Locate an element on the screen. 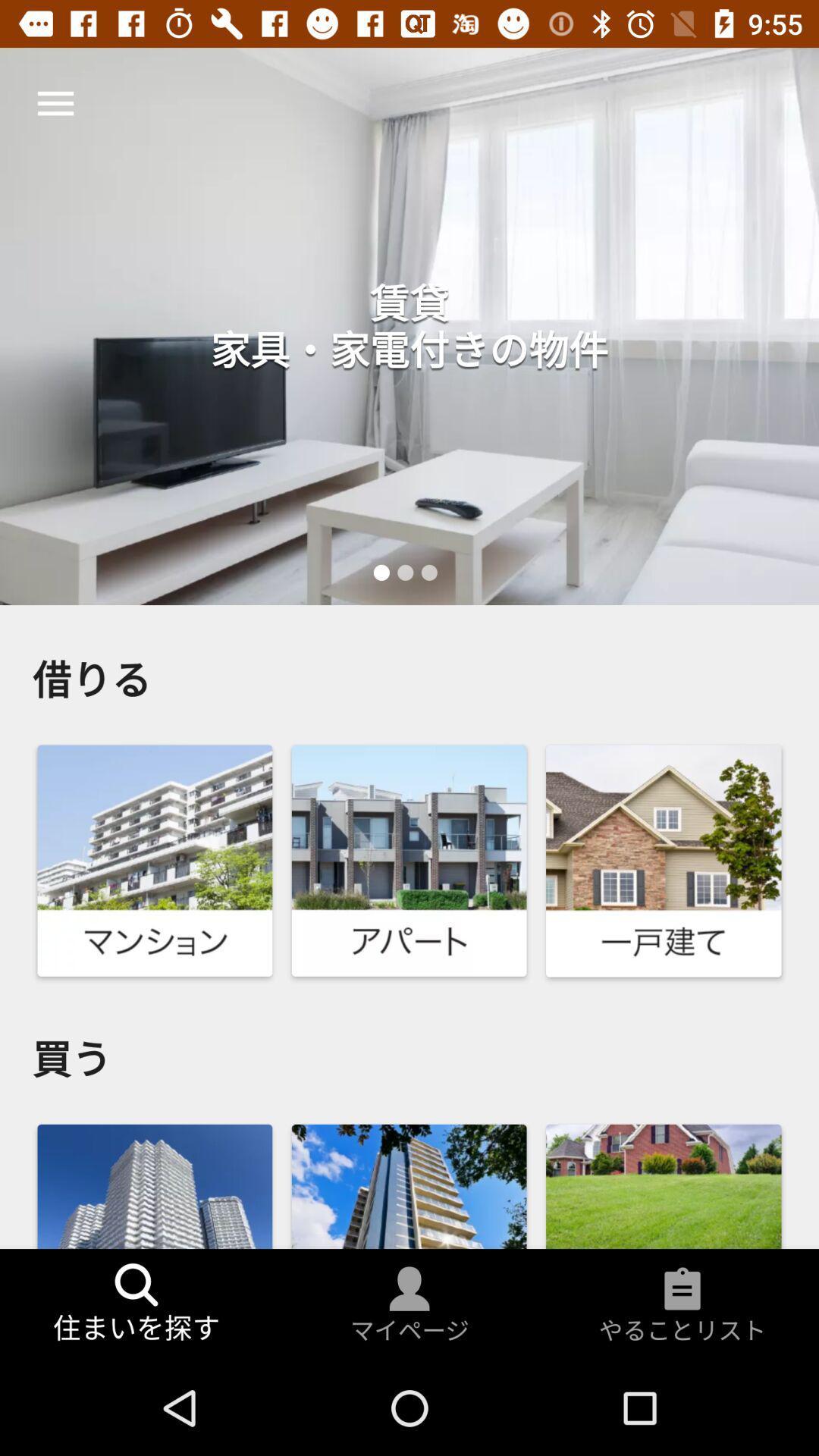 This screenshot has width=819, height=1456. the icon at the top left corner is located at coordinates (55, 102).